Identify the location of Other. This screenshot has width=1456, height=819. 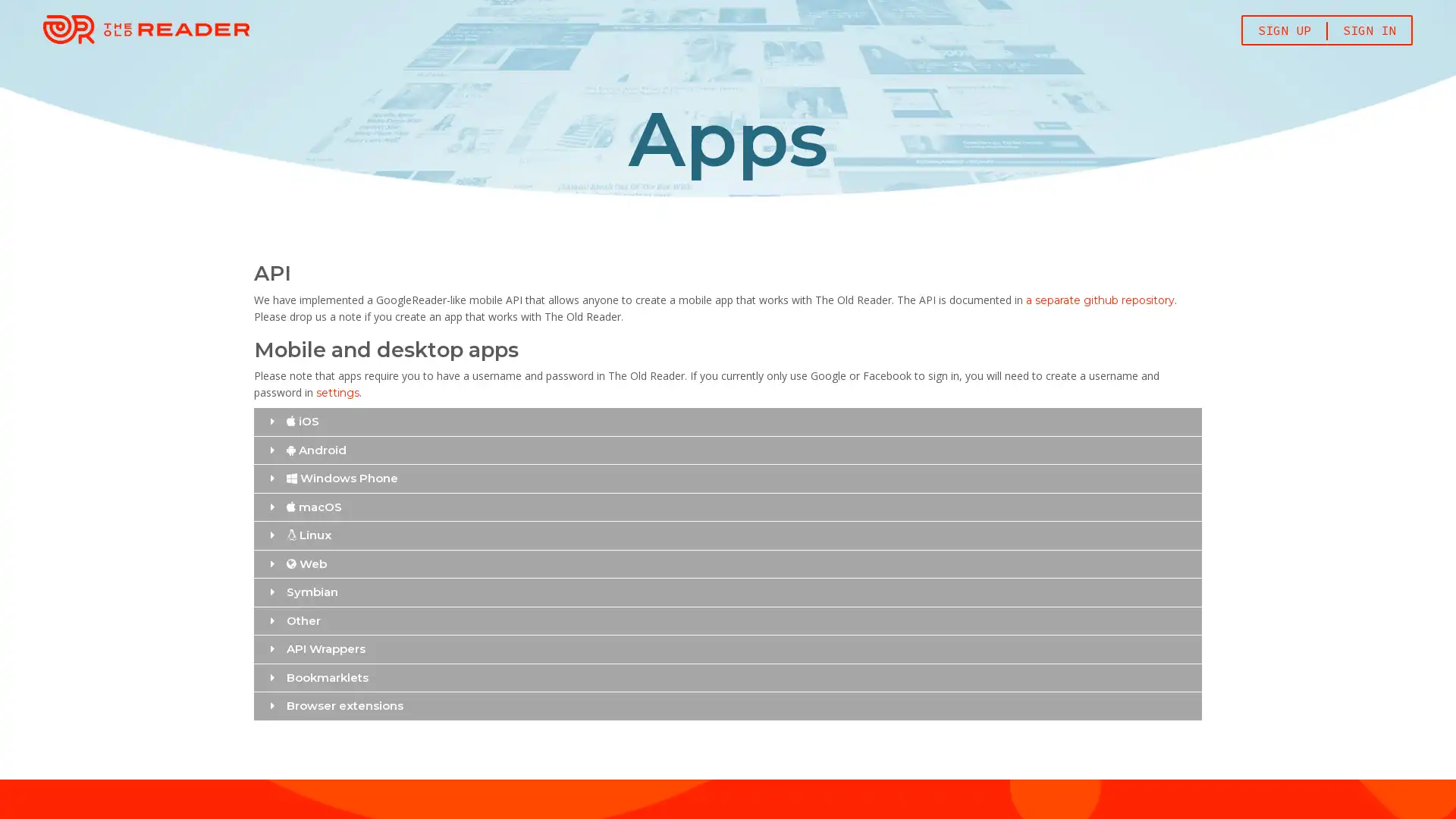
(726, 620).